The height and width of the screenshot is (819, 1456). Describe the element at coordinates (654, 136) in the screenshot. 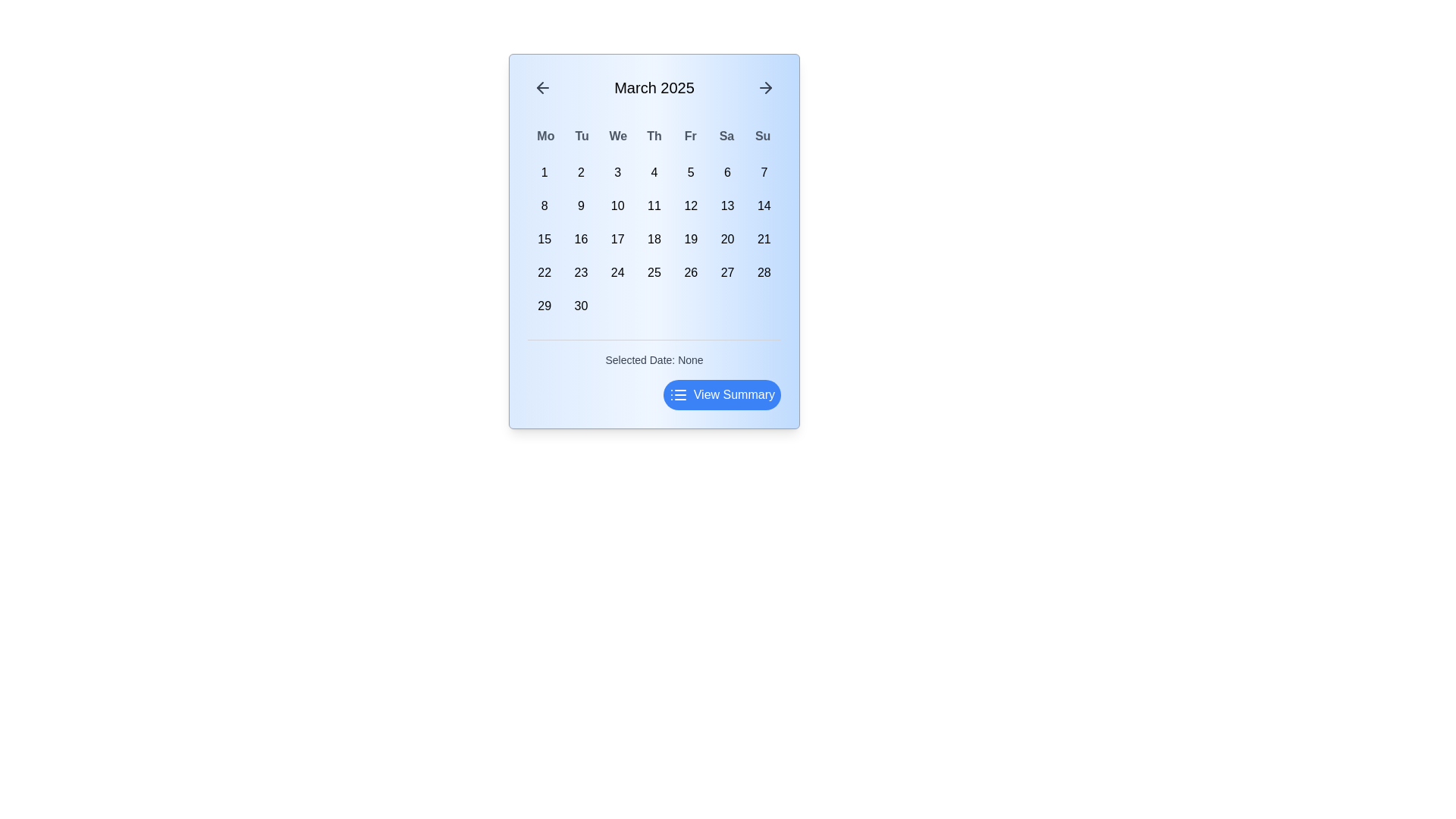

I see `the static text label marking 'Th' for Thursday in the weekly calendar header, which is positioned between 'We' and 'Fr'` at that location.